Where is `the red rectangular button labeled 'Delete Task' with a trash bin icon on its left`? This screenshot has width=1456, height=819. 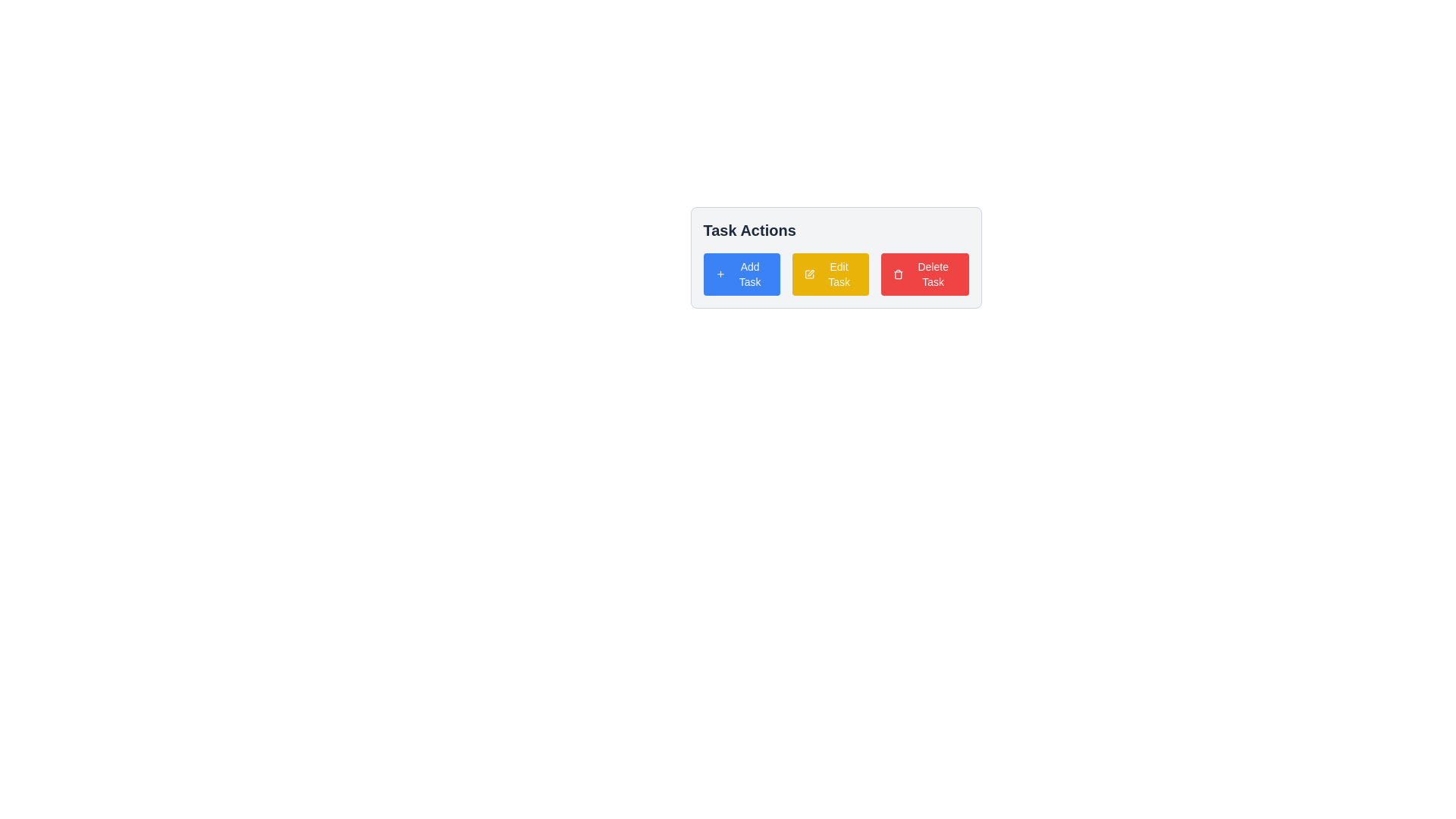
the red rectangular button labeled 'Delete Task' with a trash bin icon on its left is located at coordinates (924, 275).